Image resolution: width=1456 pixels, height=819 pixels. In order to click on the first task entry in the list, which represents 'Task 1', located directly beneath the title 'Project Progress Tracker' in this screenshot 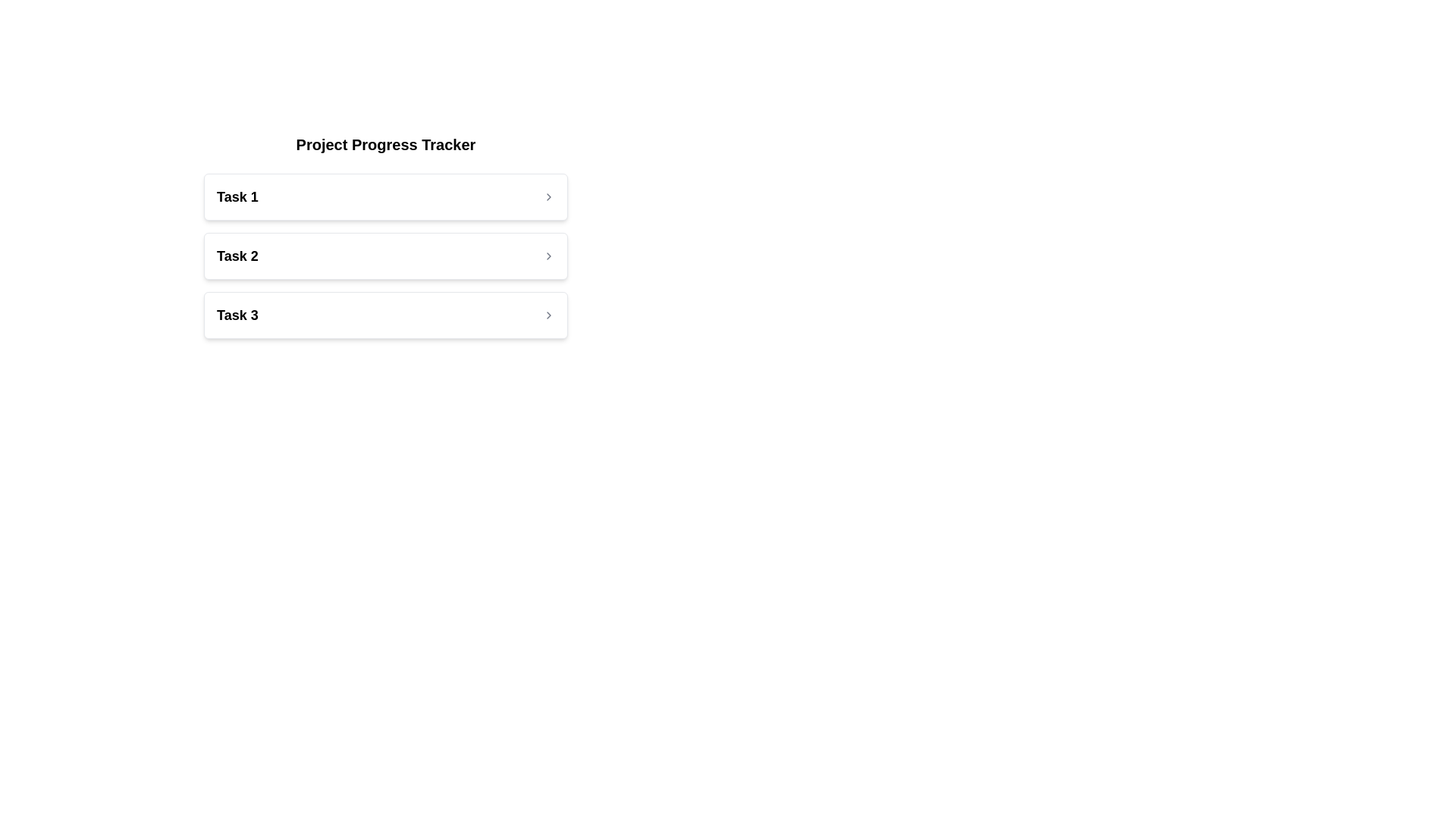, I will do `click(385, 196)`.